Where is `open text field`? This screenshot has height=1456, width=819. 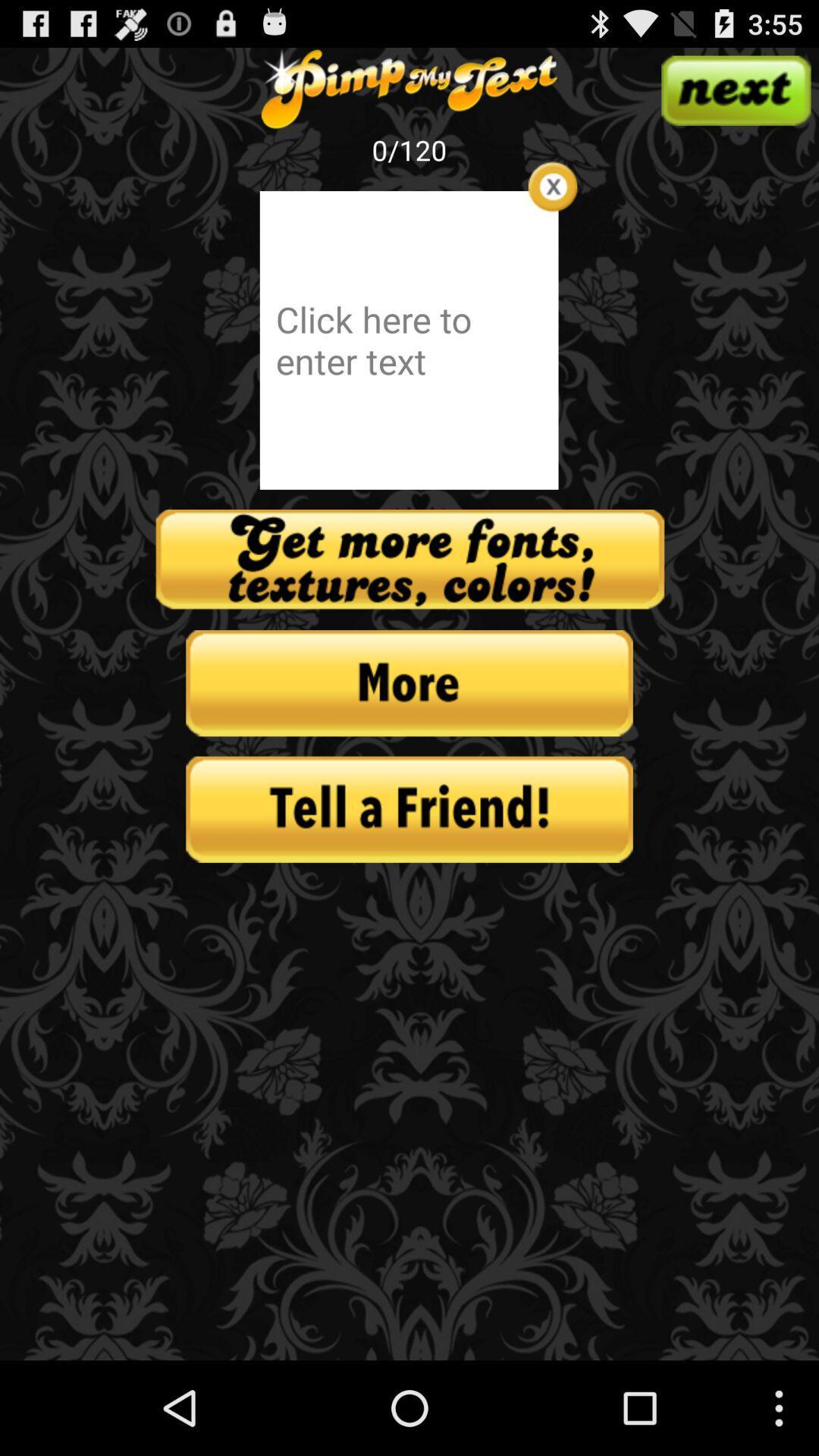
open text field is located at coordinates (408, 339).